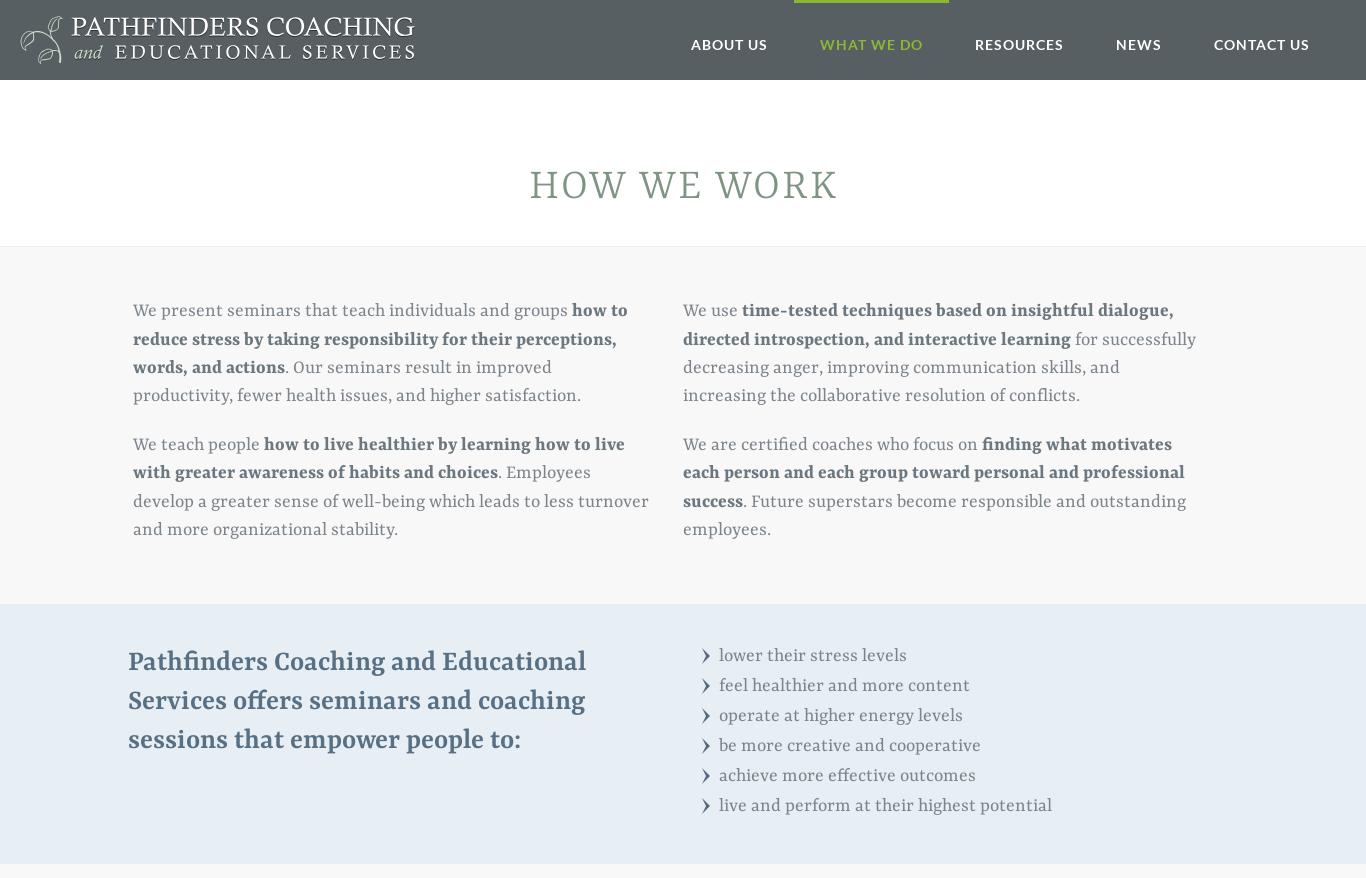  I want to click on '. Future superstars become responsible and outstanding employees.', so click(934, 515).